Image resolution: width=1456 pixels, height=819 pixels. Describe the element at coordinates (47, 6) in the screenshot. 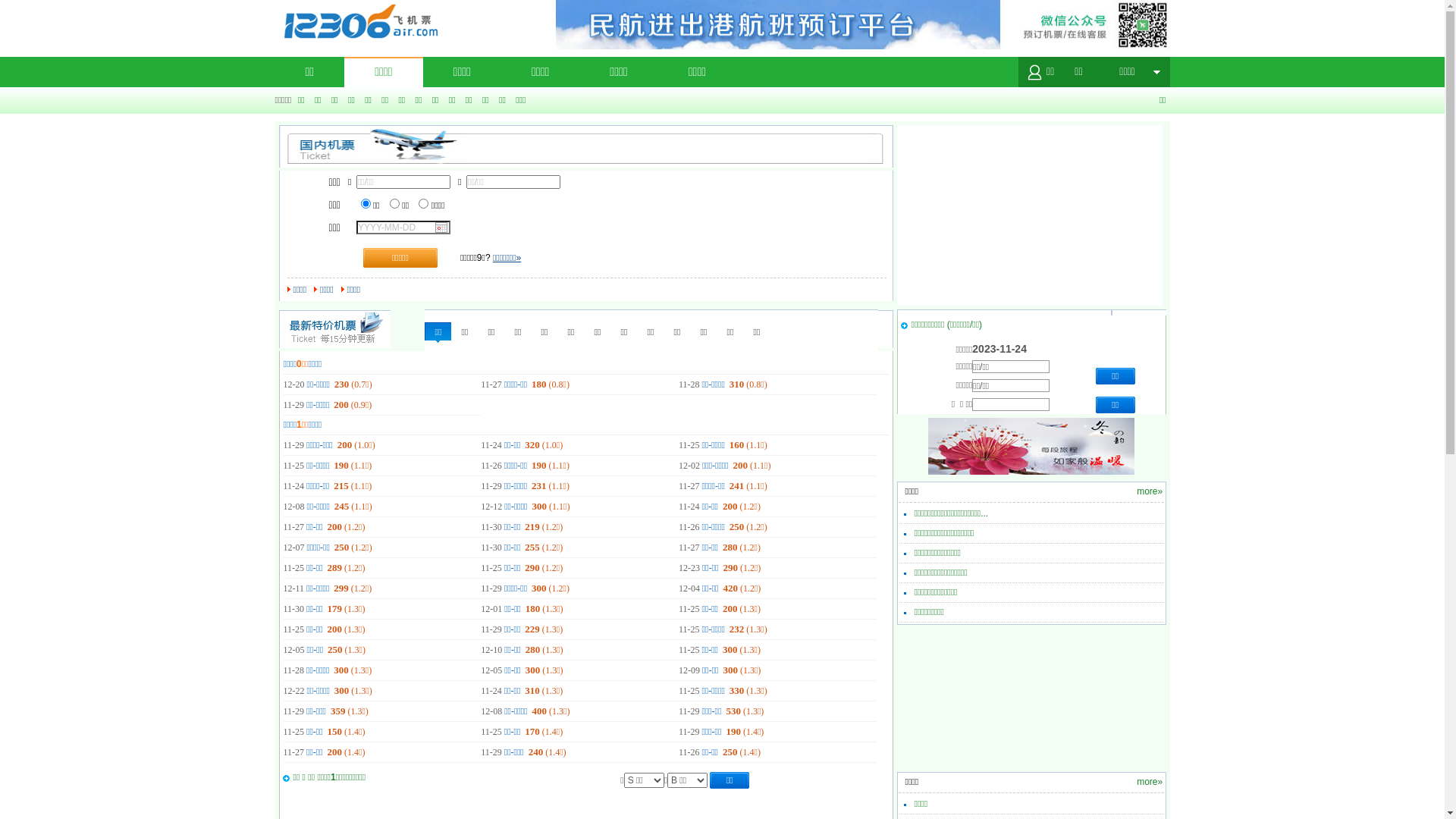

I see `'YYYY-MM-DD'` at that location.